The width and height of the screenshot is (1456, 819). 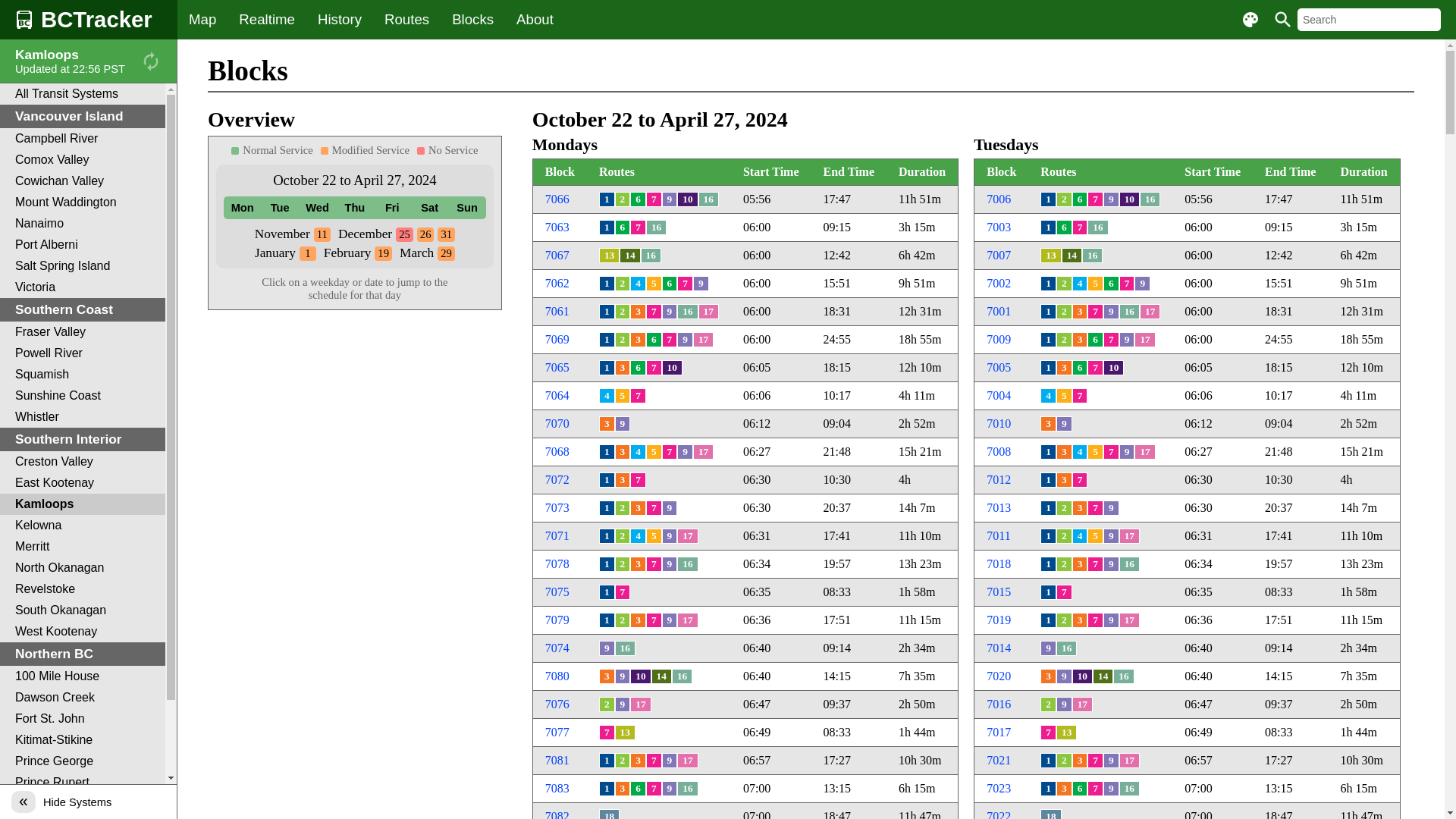 I want to click on '1', so click(x=1047, y=284).